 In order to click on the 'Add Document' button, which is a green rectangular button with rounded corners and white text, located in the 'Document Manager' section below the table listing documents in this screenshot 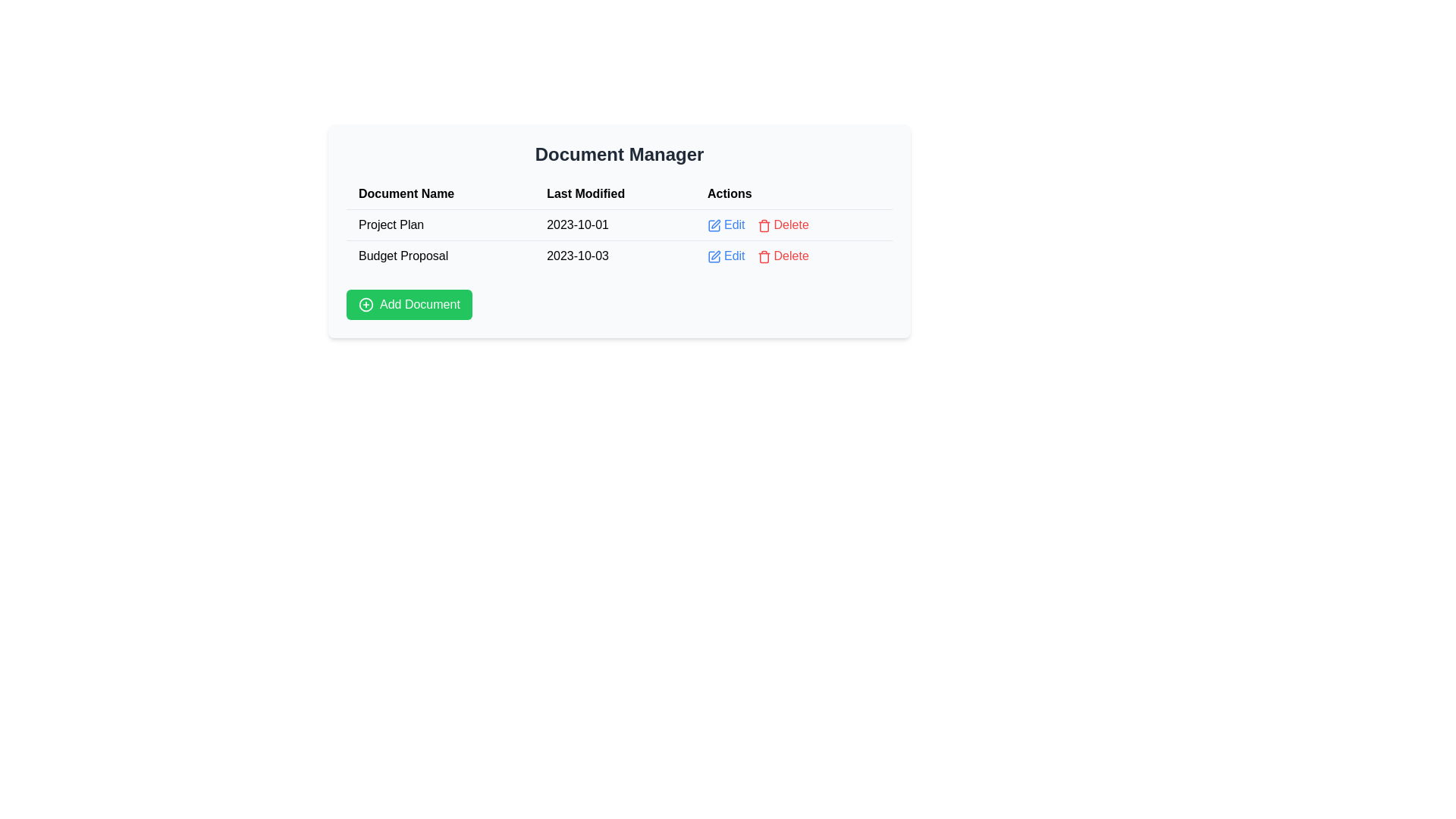, I will do `click(409, 304)`.